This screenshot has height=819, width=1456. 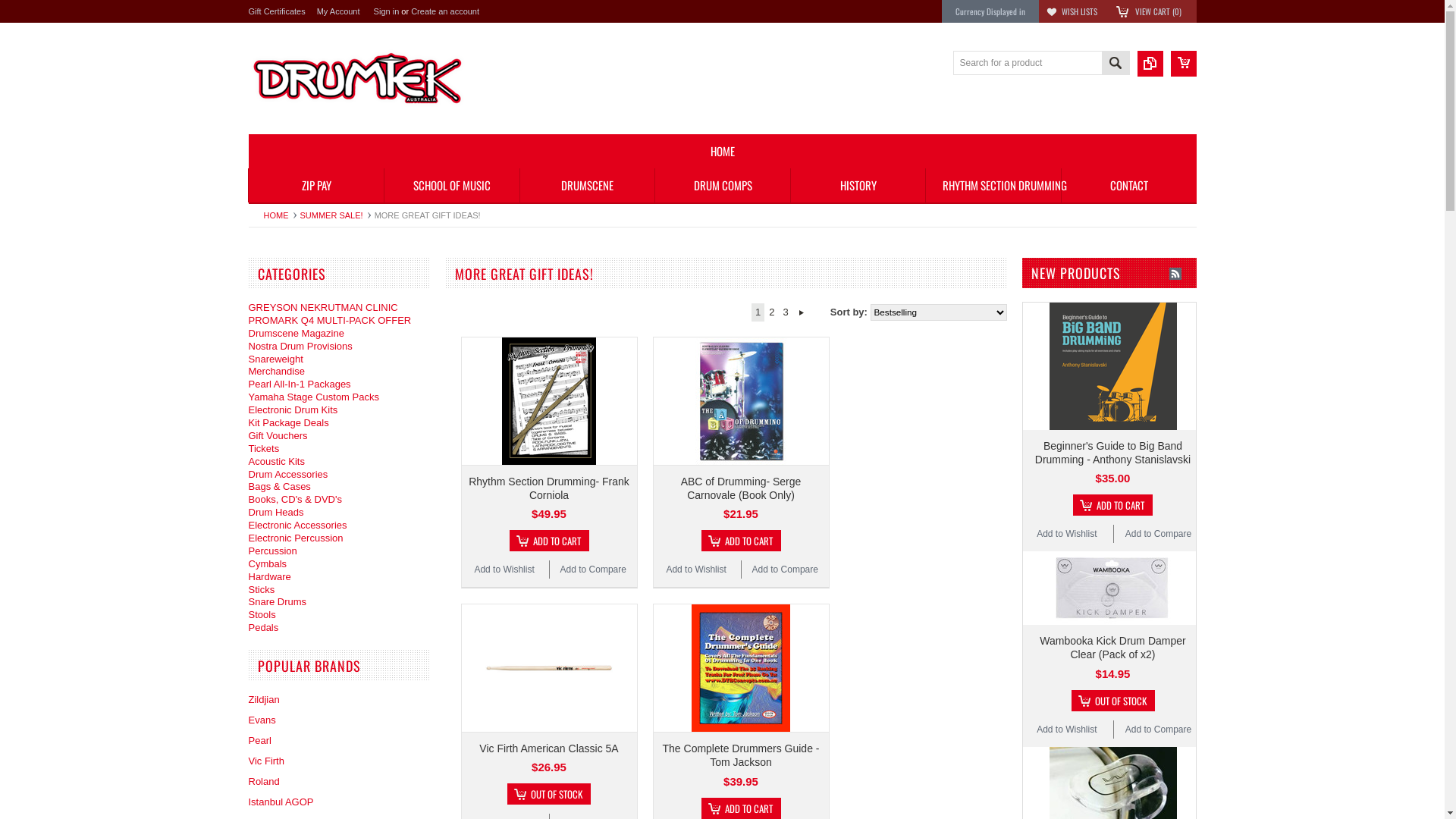 What do you see at coordinates (278, 435) in the screenshot?
I see `'Gift Vouchers'` at bounding box center [278, 435].